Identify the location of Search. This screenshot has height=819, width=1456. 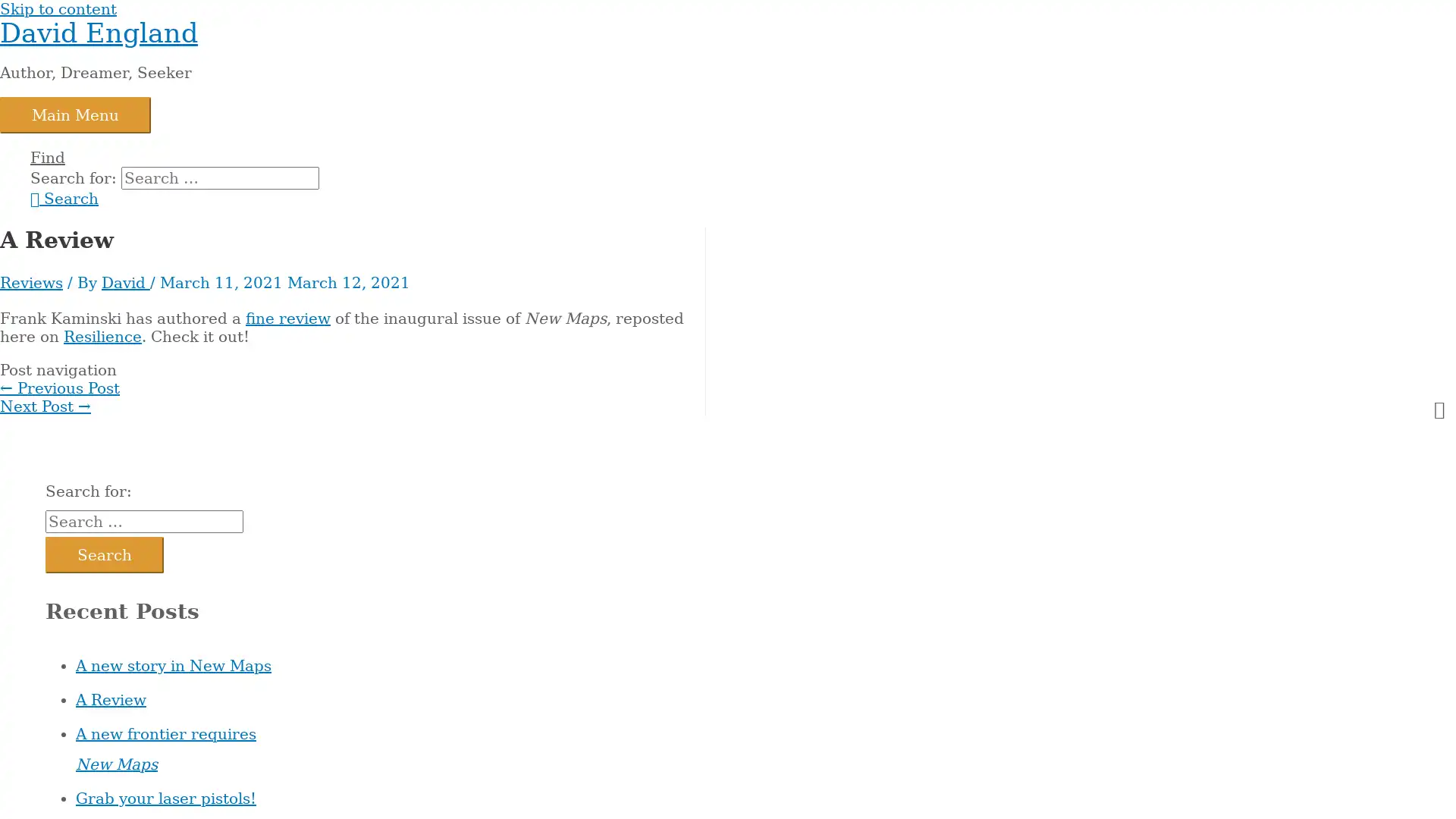
(104, 554).